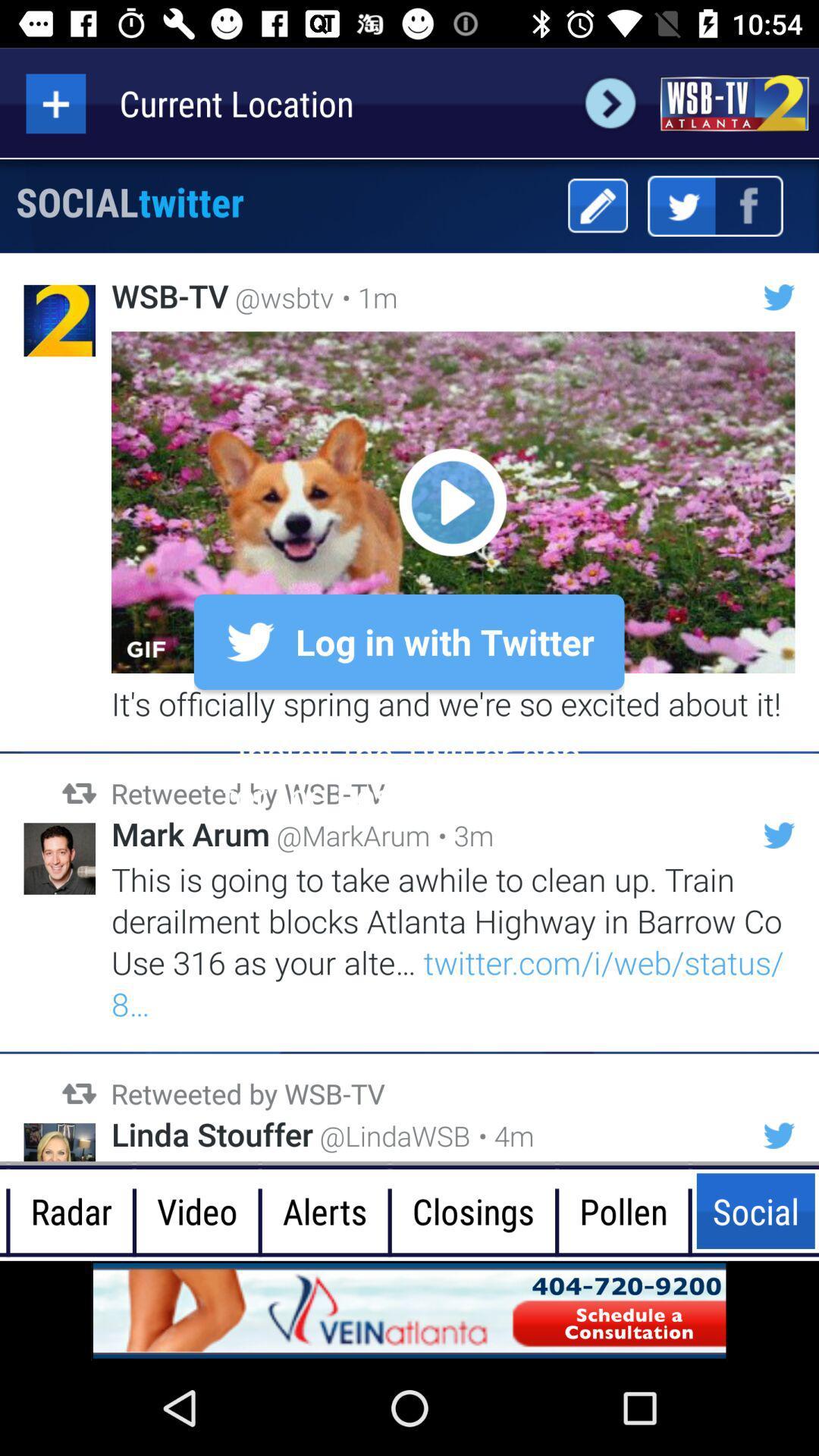  I want to click on the advertisement page, so click(409, 1310).